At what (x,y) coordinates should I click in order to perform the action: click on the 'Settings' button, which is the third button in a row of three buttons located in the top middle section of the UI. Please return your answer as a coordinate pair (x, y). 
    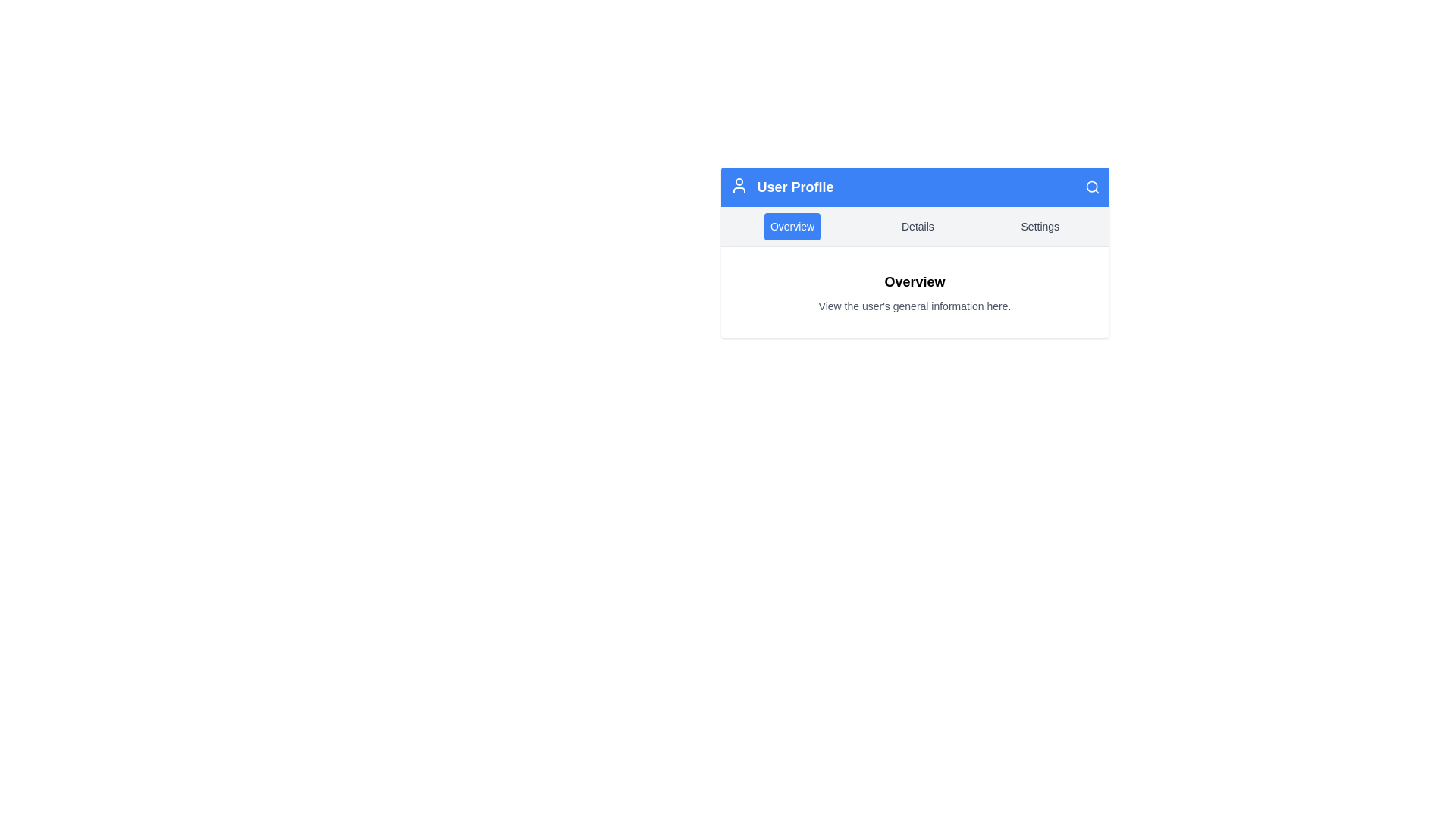
    Looking at the image, I should click on (1039, 227).